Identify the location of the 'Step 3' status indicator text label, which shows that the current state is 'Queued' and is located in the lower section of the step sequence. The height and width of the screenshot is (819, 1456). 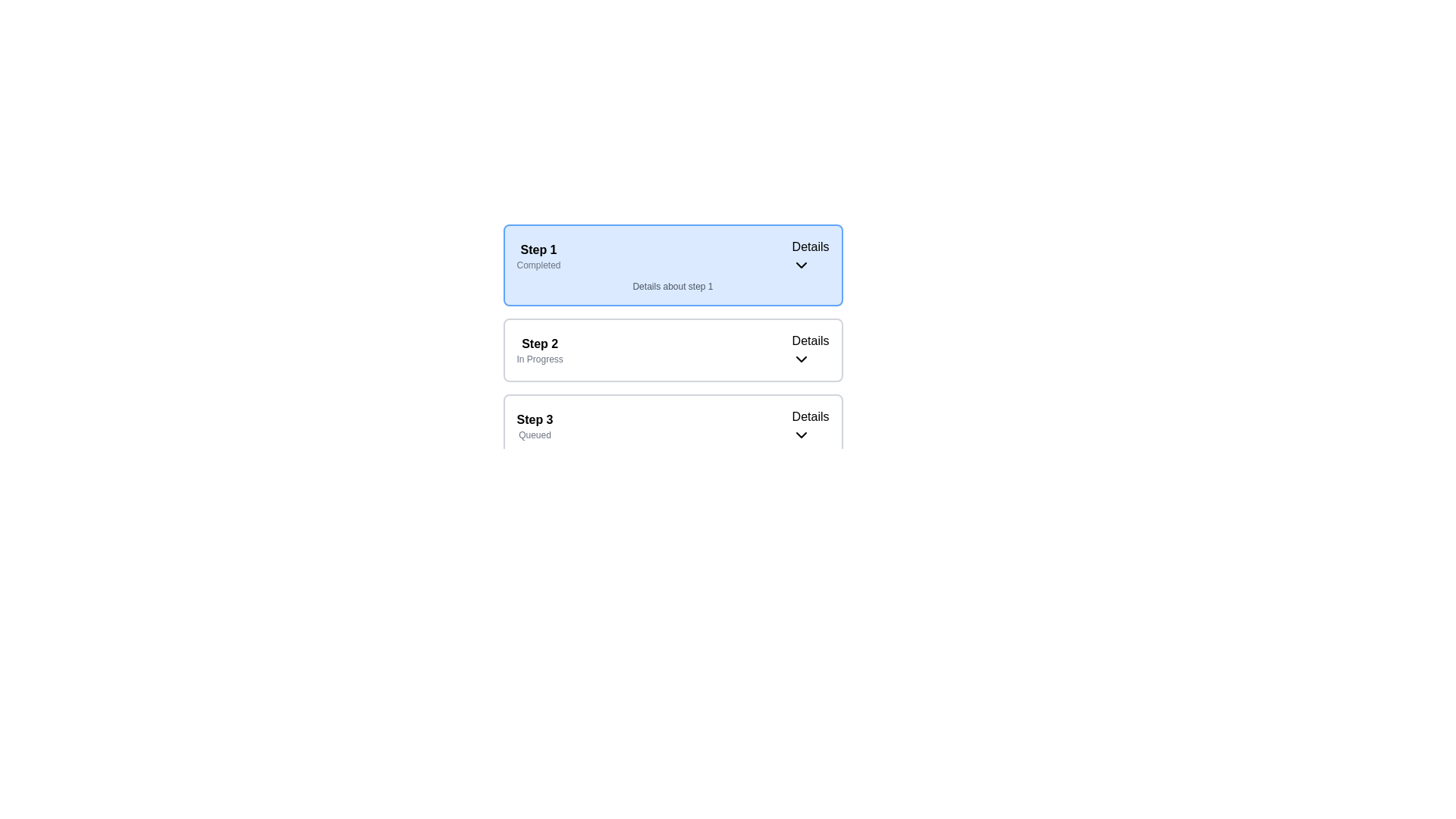
(535, 426).